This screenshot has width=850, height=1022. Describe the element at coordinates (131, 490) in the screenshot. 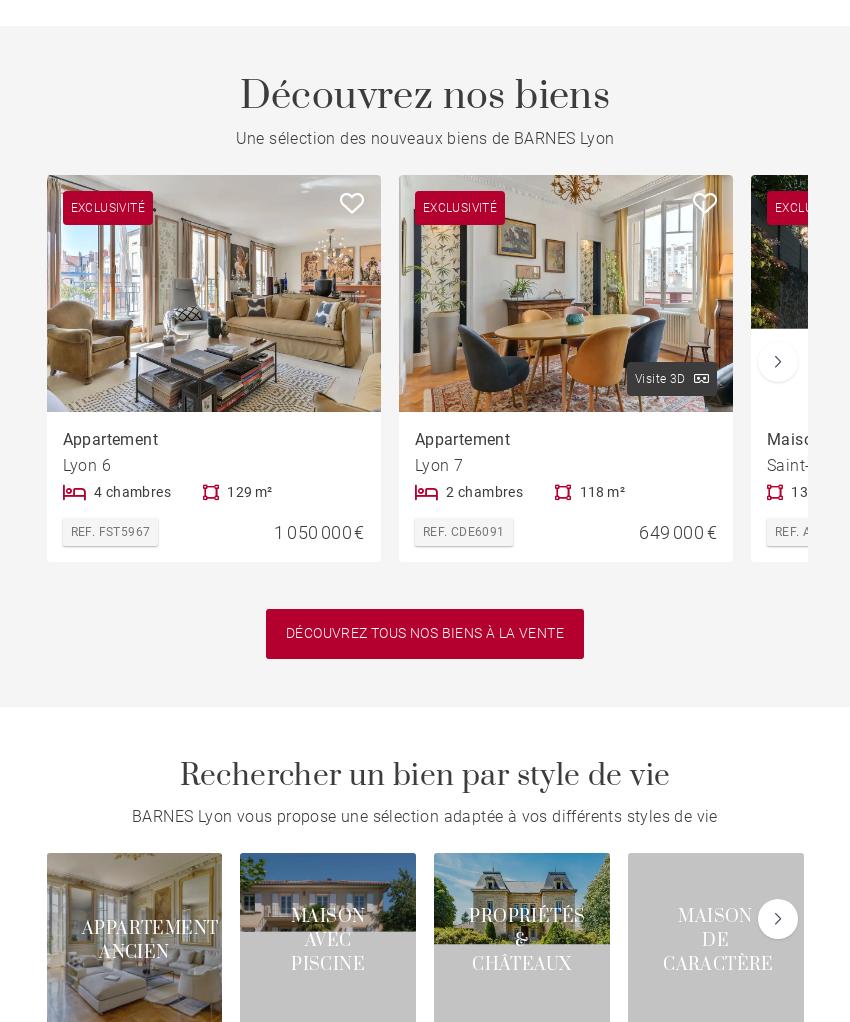

I see `'4 chambres'` at that location.